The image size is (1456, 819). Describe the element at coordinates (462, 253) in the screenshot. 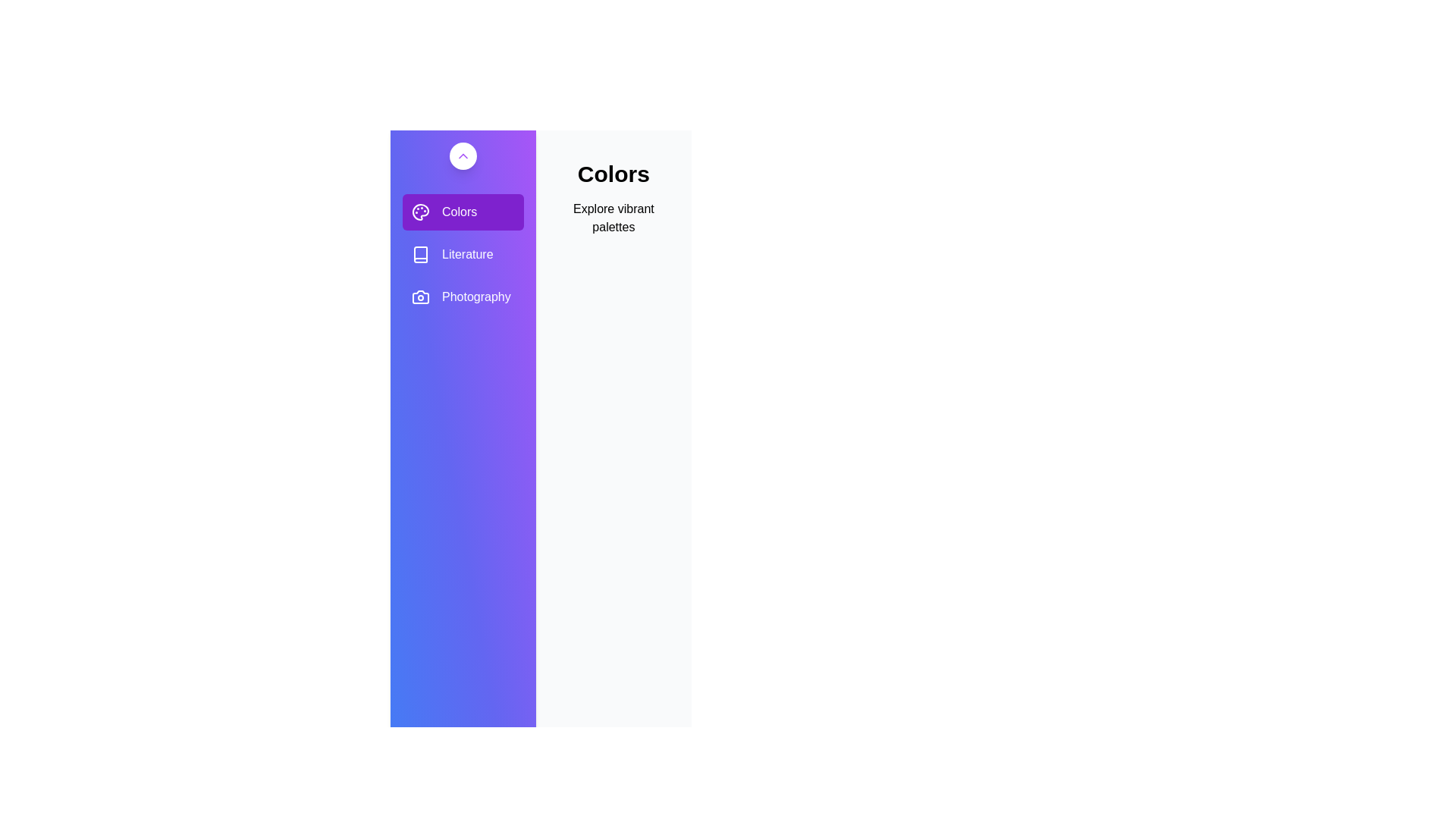

I see `the gallery Literature from the sidebar` at that location.